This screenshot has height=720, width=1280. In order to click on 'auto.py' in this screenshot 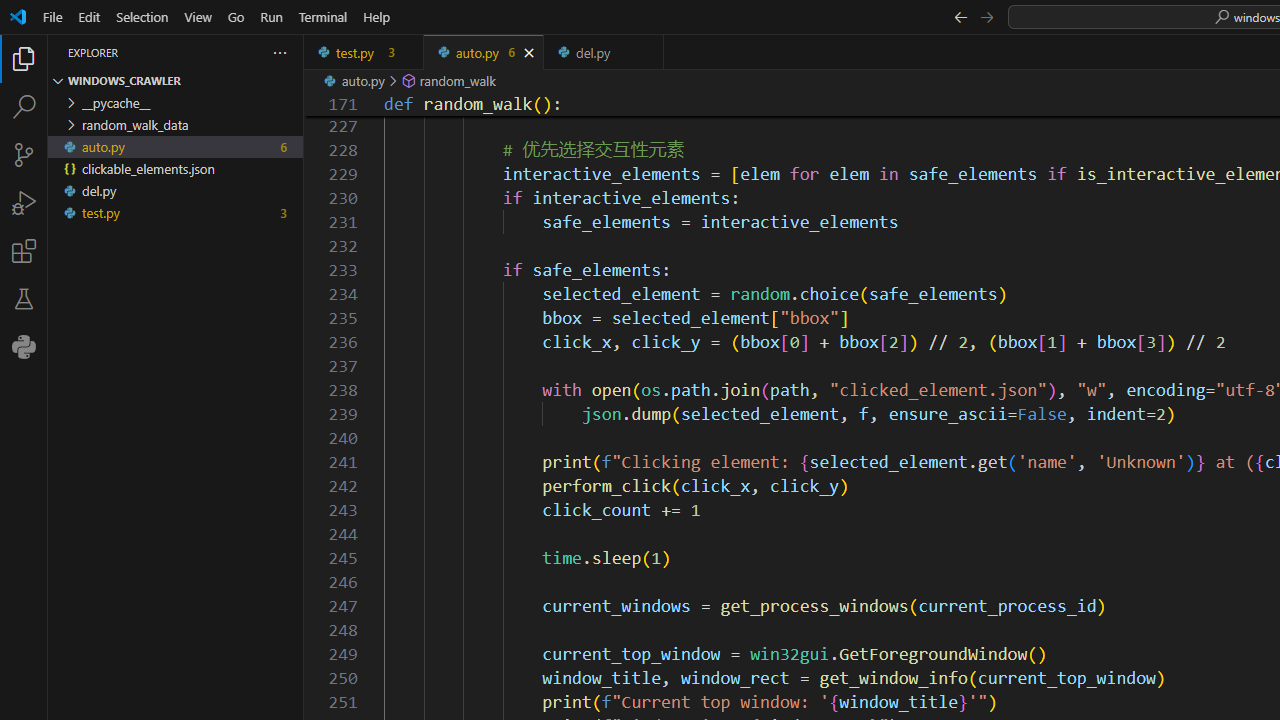, I will do `click(483, 51)`.